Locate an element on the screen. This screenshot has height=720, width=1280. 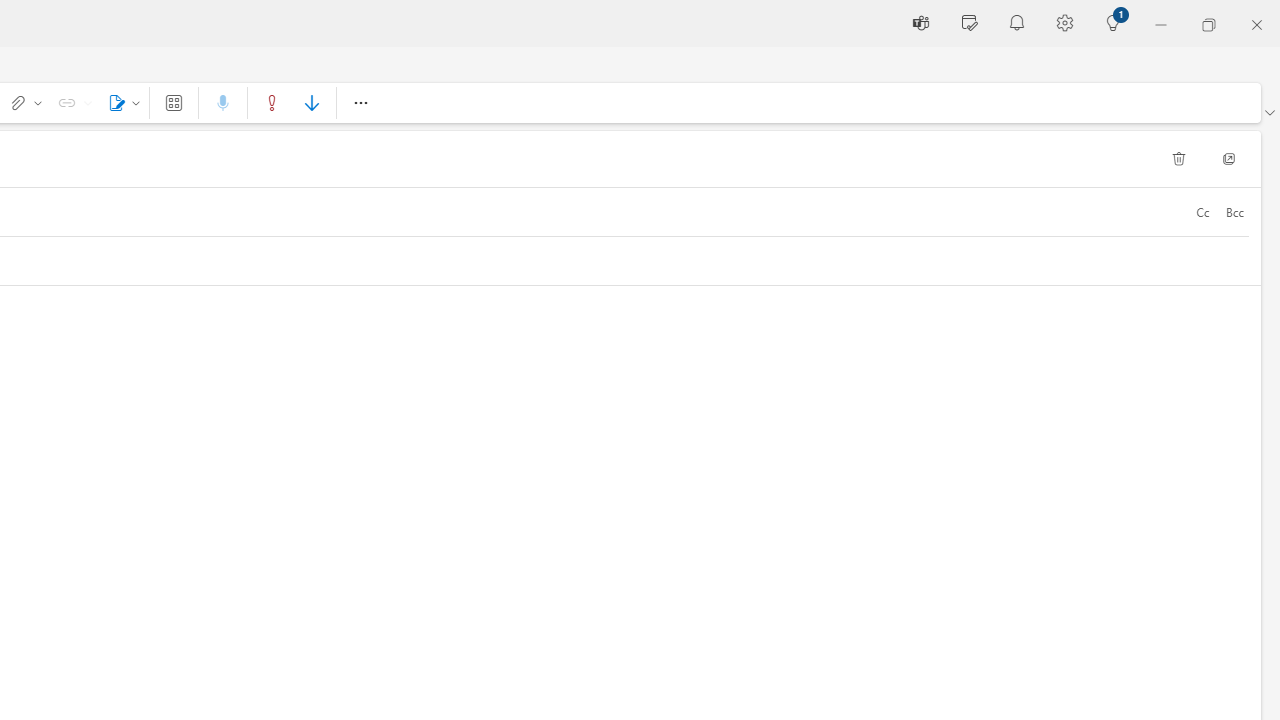
'More options' is located at coordinates (360, 102).